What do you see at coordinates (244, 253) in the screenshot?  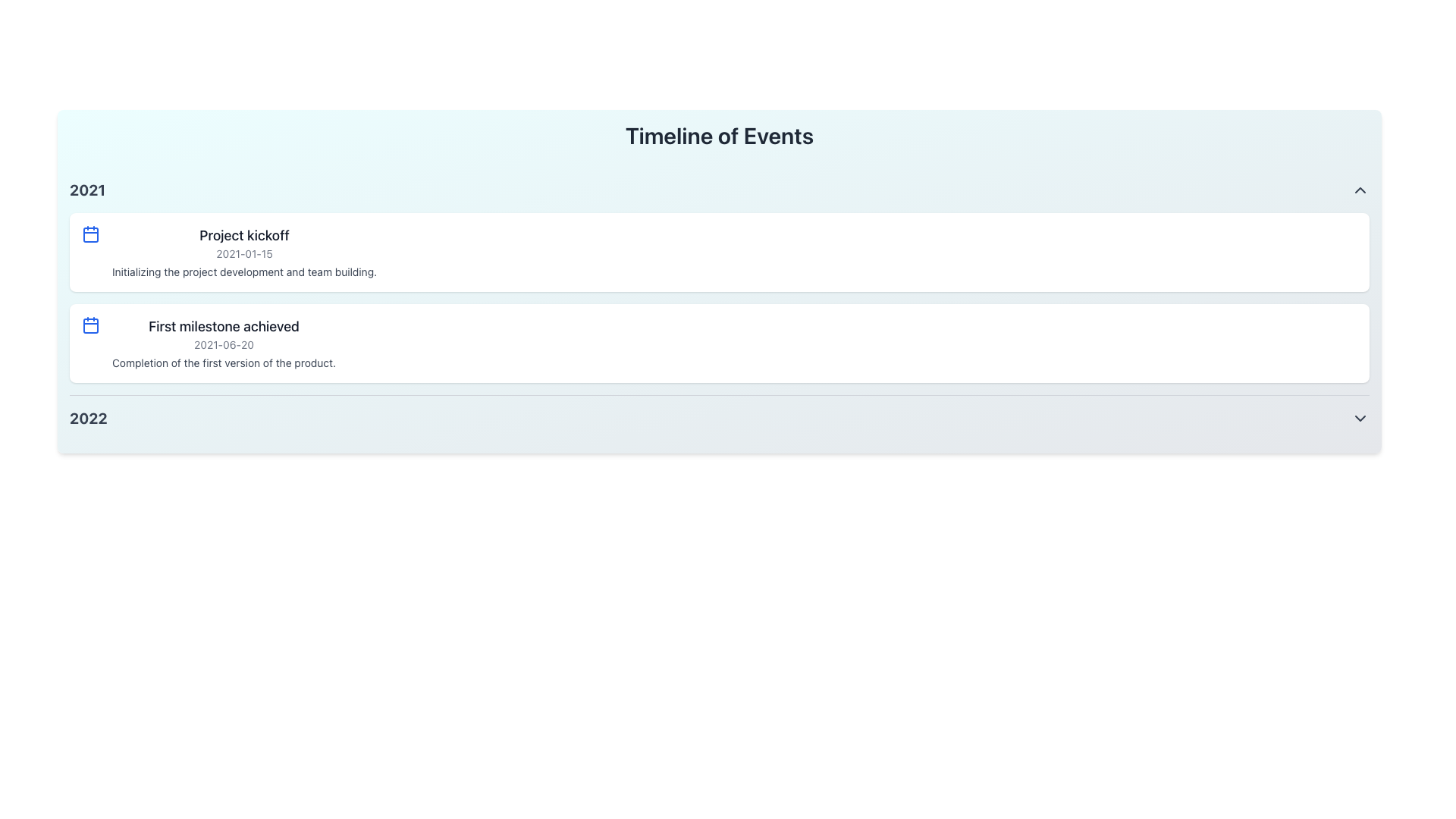 I see `date label displaying '2021-01-15', which is styled in a smaller, gray-colored font and located in the center of the first timeline card for the year 2021` at bounding box center [244, 253].